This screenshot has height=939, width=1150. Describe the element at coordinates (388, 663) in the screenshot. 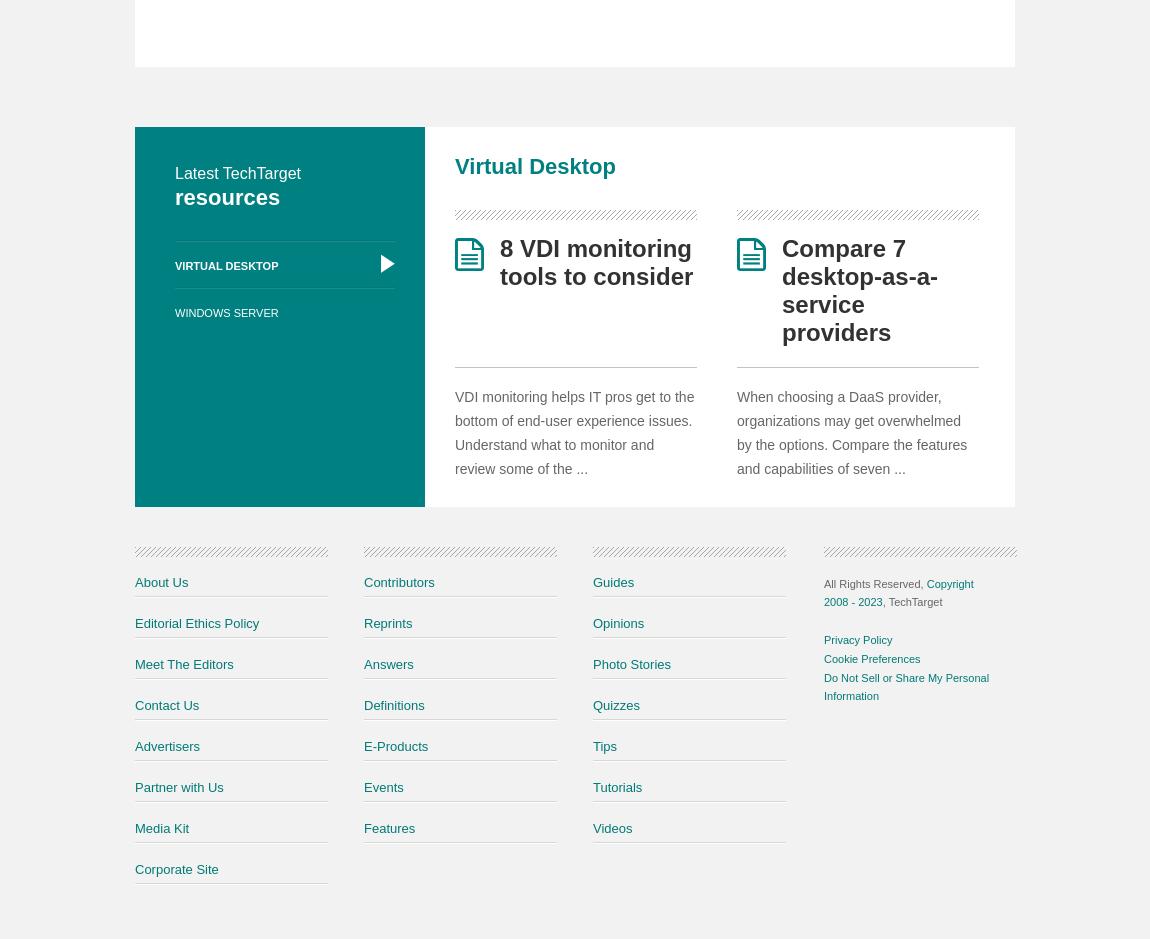

I see `'Answers'` at that location.